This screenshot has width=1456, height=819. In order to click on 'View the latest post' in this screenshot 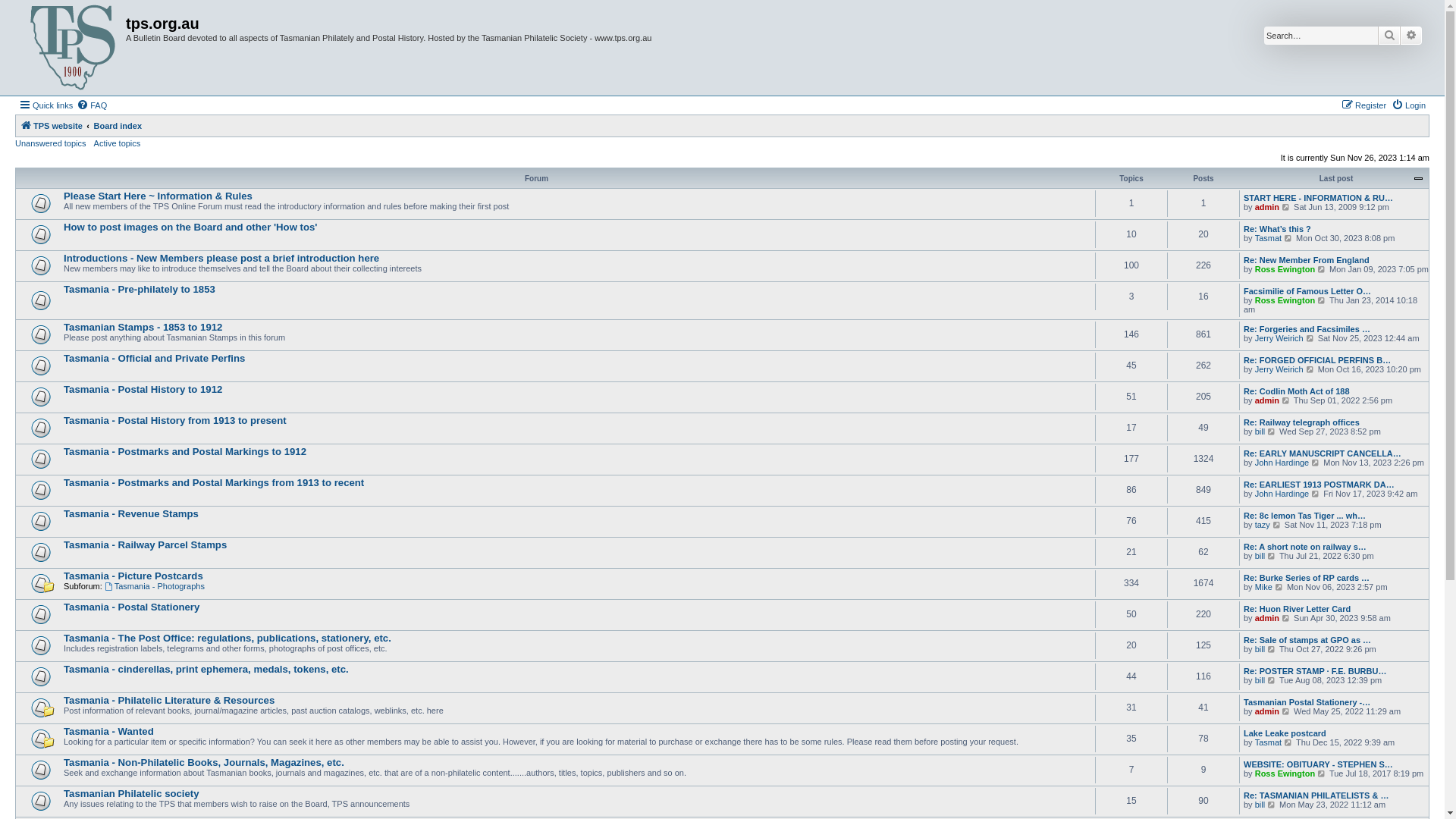, I will do `click(1272, 679)`.